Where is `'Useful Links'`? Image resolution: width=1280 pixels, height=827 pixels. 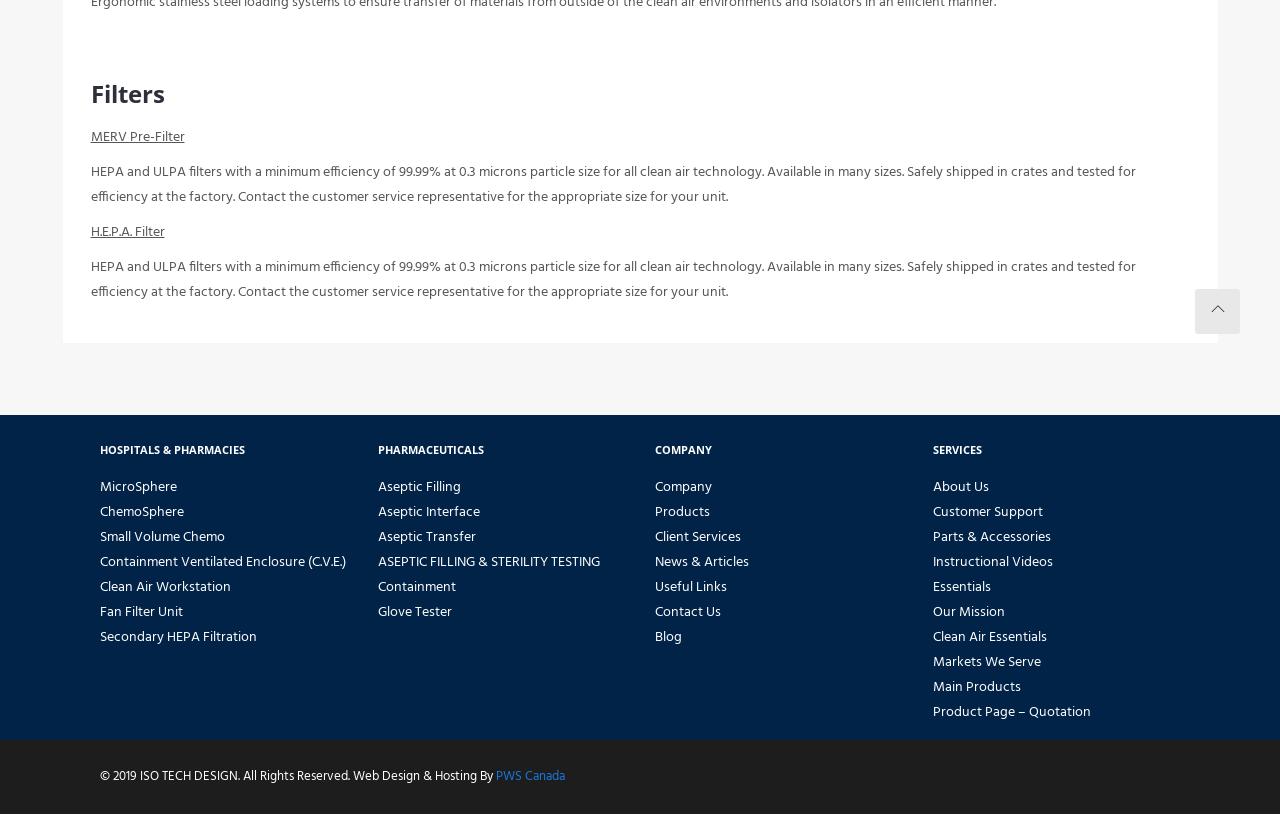
'Useful Links' is located at coordinates (690, 601).